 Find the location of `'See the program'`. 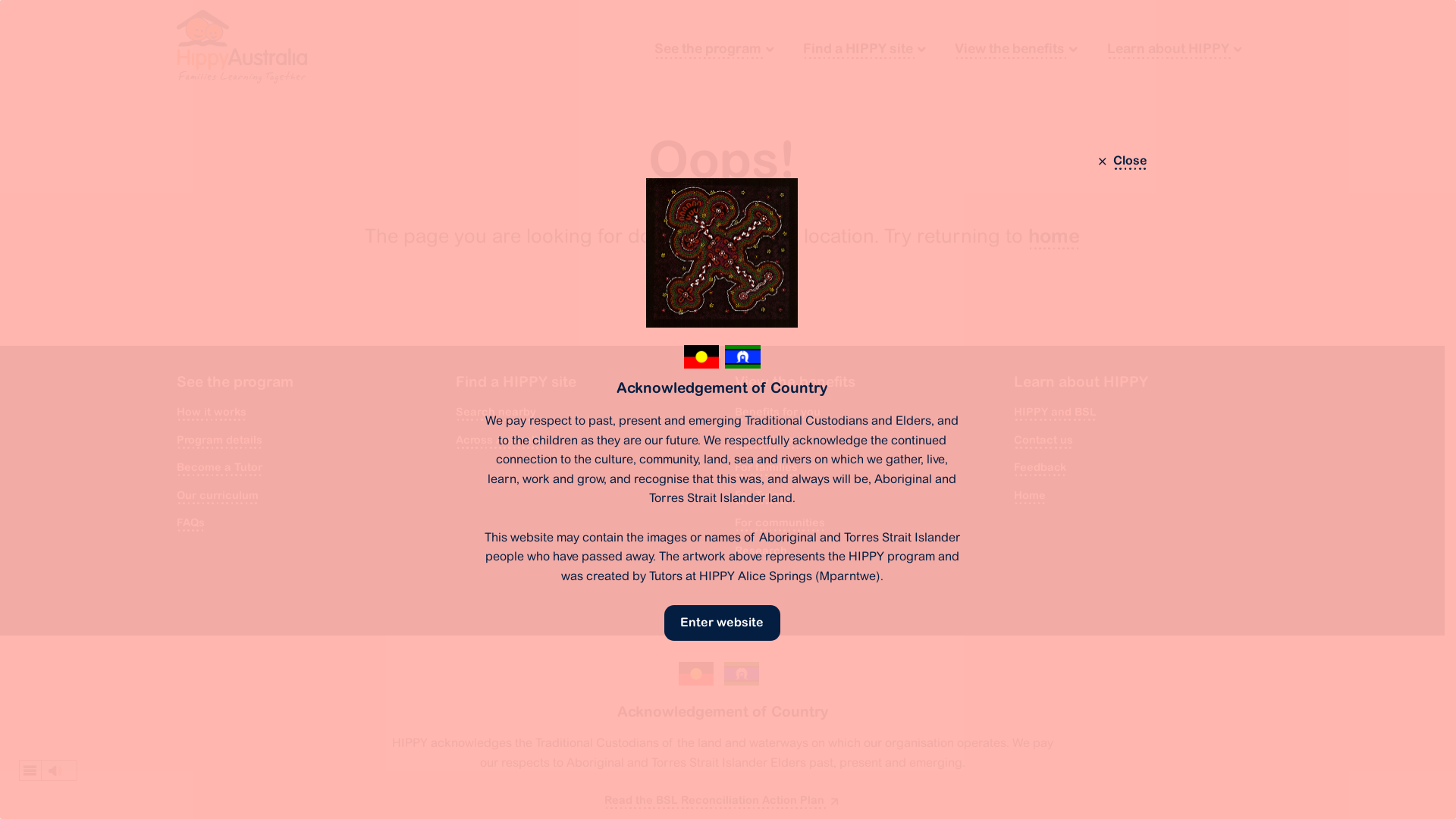

'See the program' is located at coordinates (712, 48).